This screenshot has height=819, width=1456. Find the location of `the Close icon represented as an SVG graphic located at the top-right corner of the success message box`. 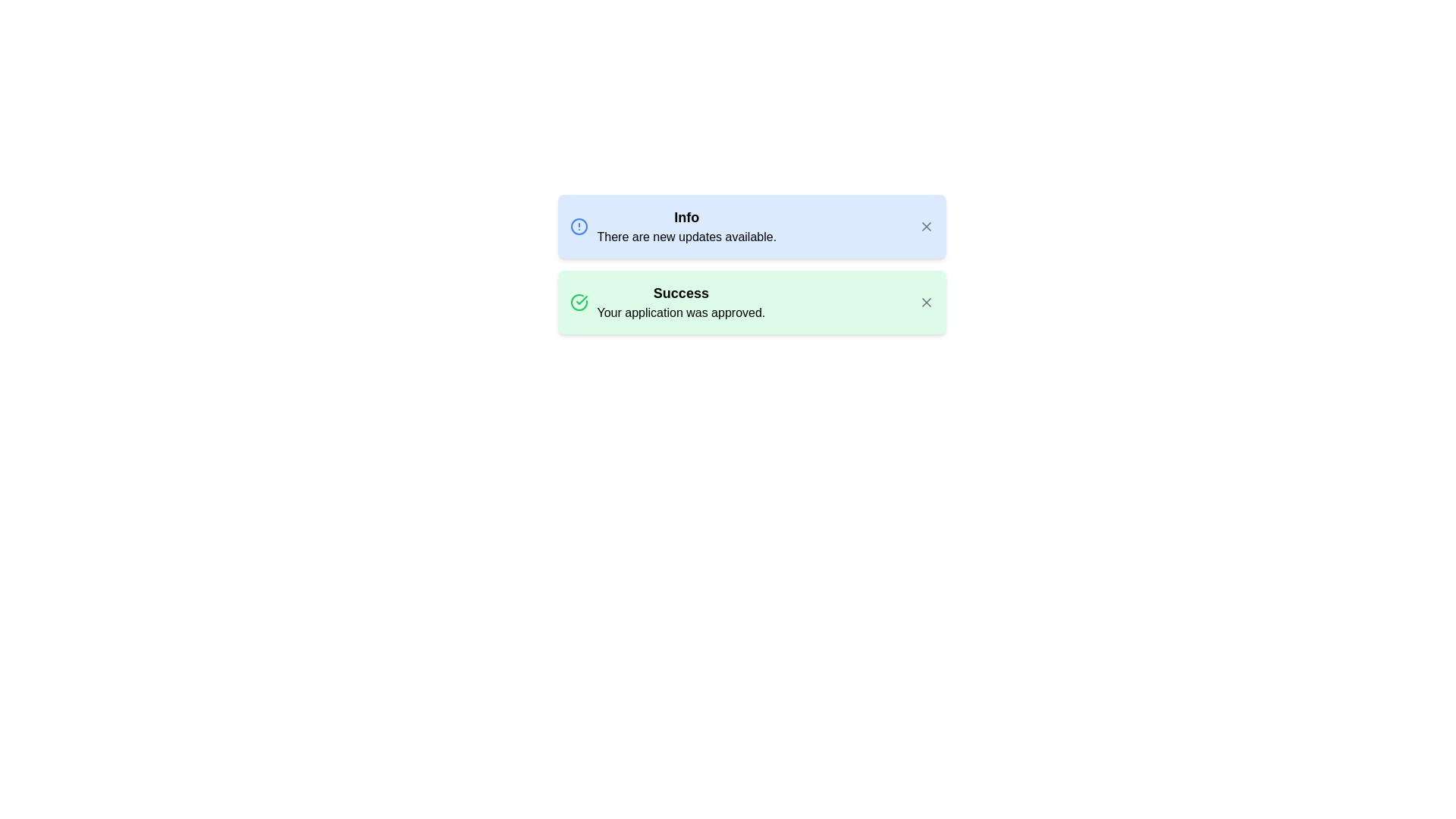

the Close icon represented as an SVG graphic located at the top-right corner of the success message box is located at coordinates (925, 302).